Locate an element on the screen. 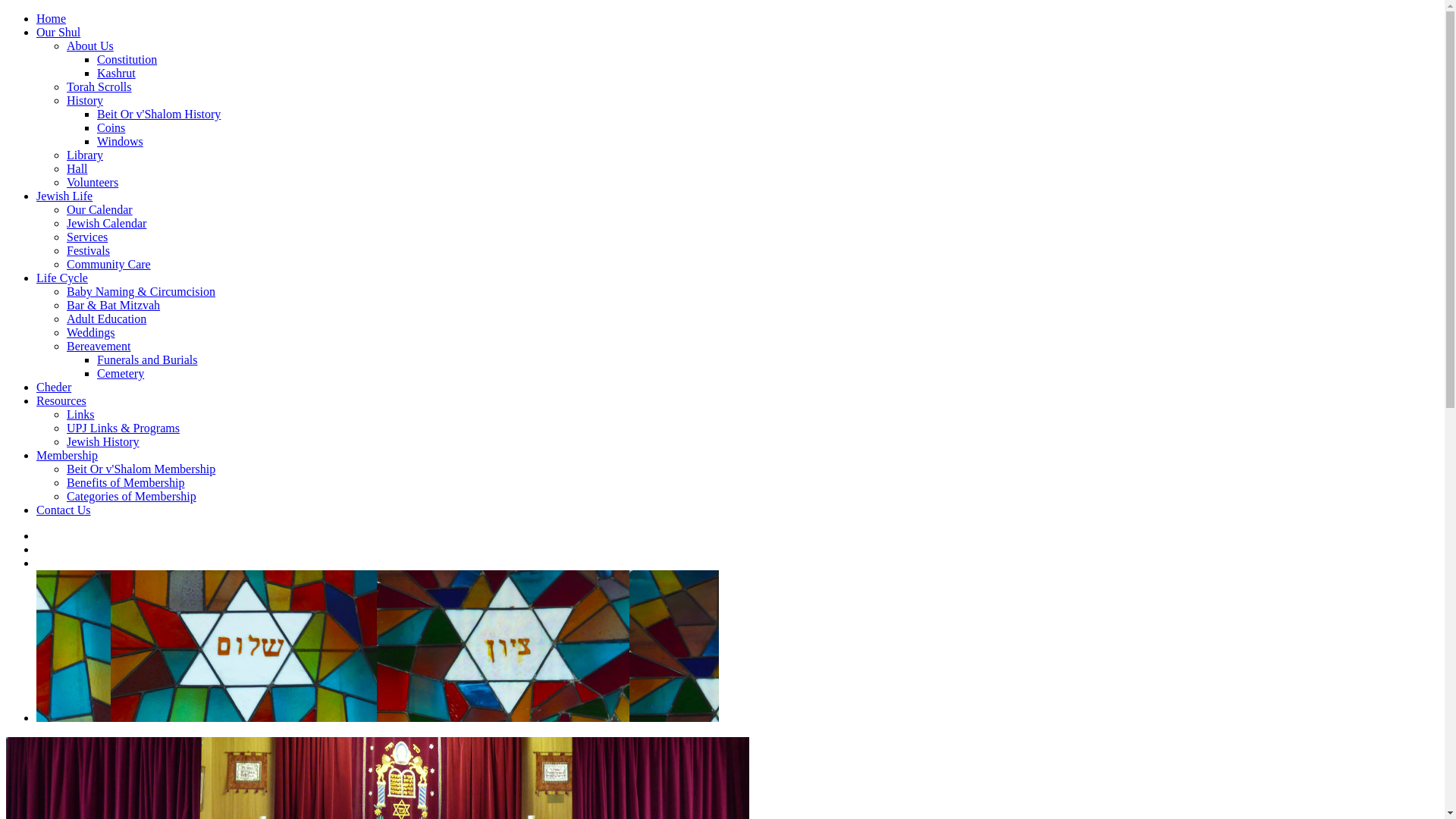 Image resolution: width=1456 pixels, height=819 pixels. 'Cheder' is located at coordinates (54, 386).